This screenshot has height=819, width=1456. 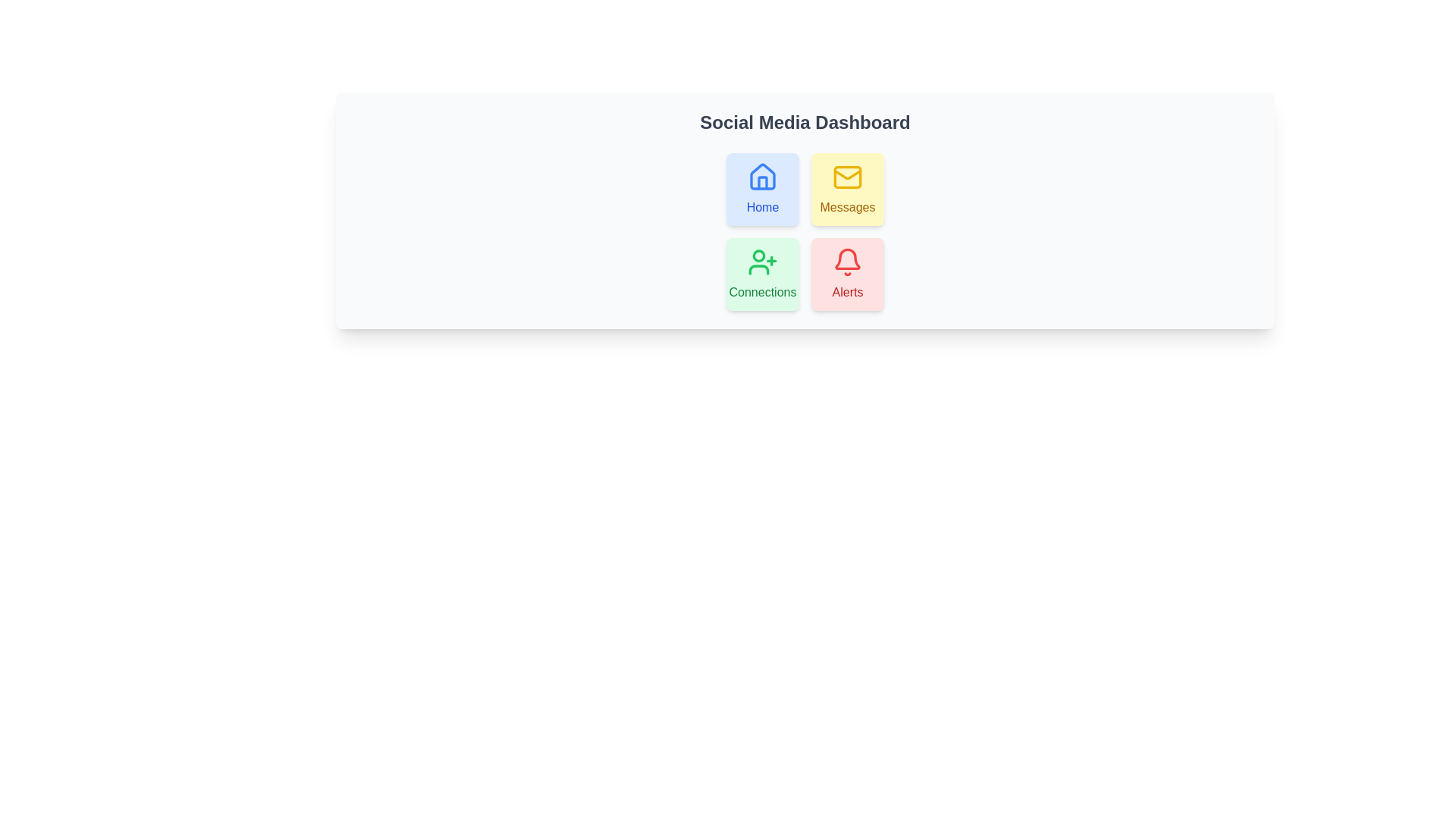 What do you see at coordinates (763, 175) in the screenshot?
I see `the upper-left house icon, which is a stylized graphical representation of a house with a blue stroke color, located in the top-left quadrant of the dashboard section` at bounding box center [763, 175].